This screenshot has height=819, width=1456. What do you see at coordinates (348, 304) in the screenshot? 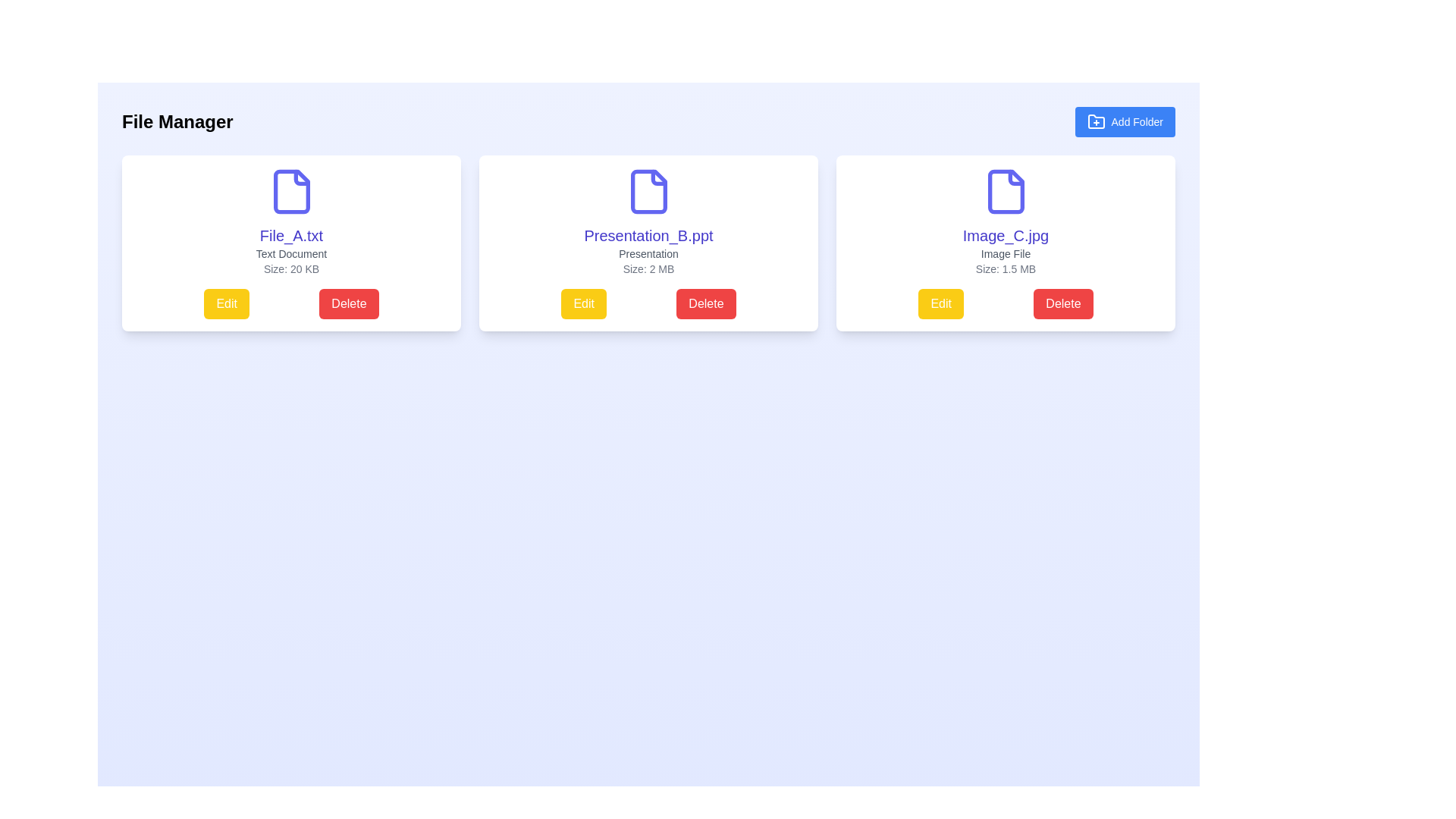
I see `the delete button located in the lower portion of the card for 'File_A.txt', positioned to the right of the yellow 'Edit' button, to observe the hover effect` at bounding box center [348, 304].